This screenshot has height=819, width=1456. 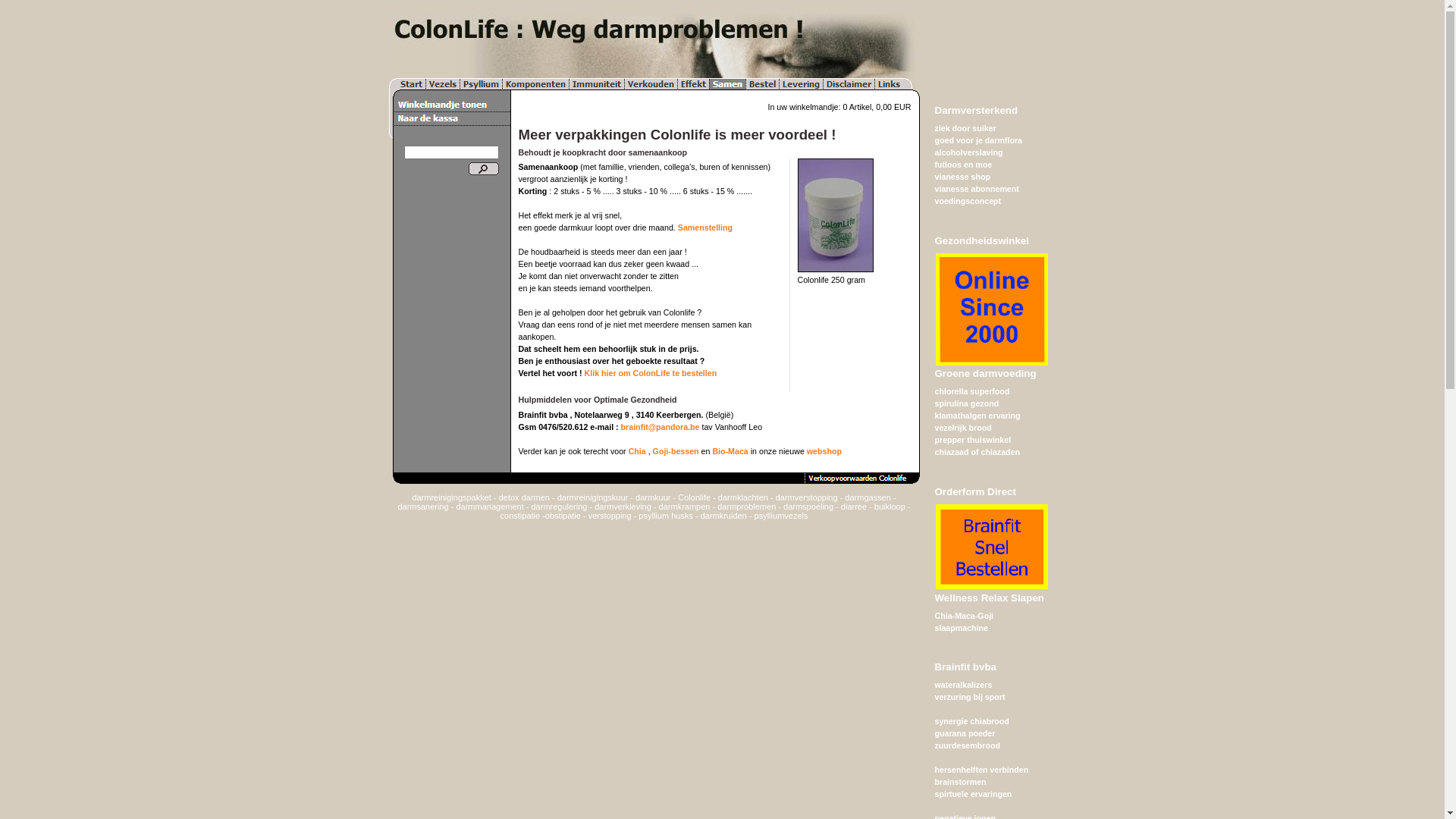 What do you see at coordinates (962, 427) in the screenshot?
I see `'vezelrijk brood'` at bounding box center [962, 427].